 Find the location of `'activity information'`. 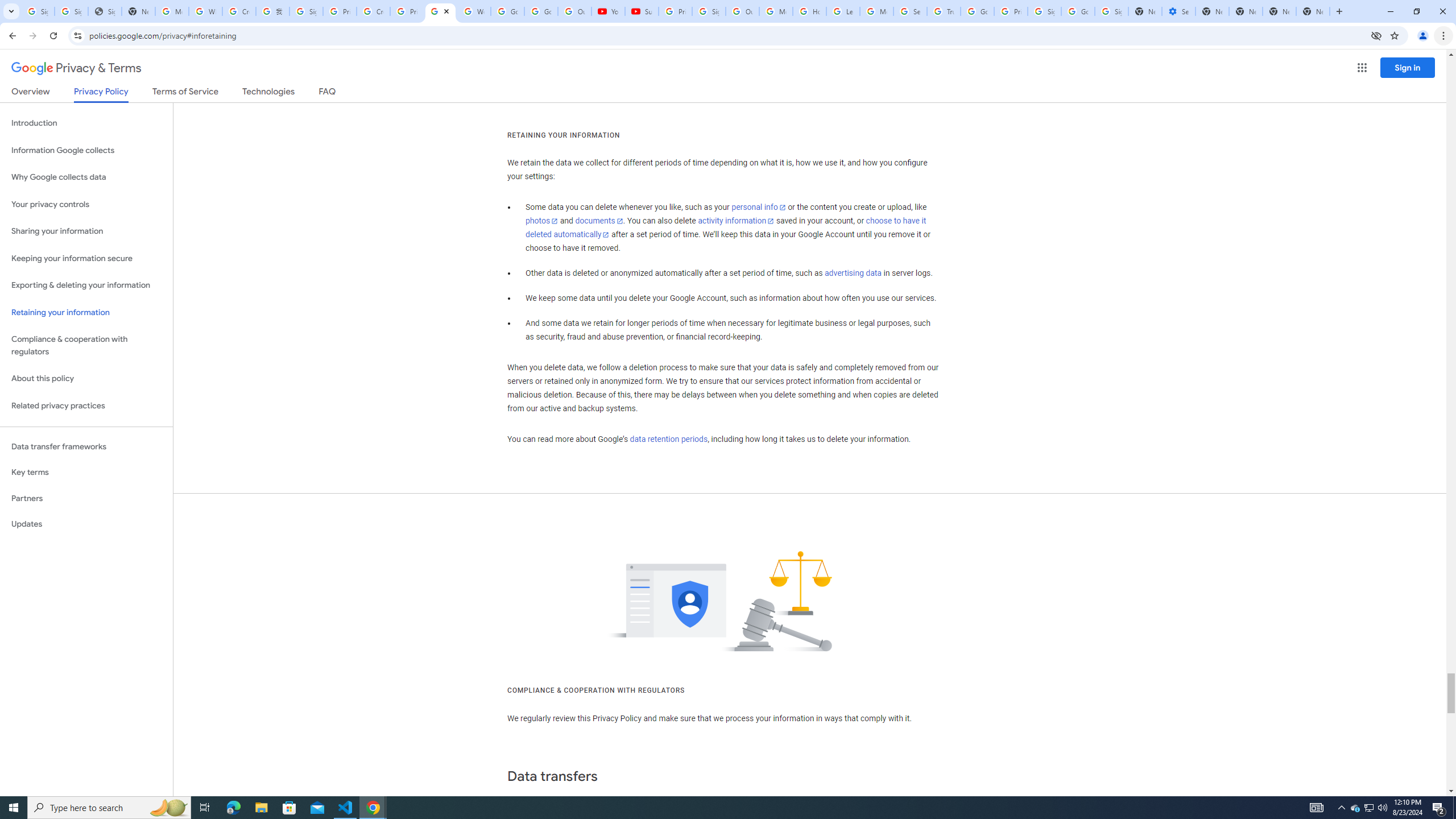

'activity information' is located at coordinates (735, 220).